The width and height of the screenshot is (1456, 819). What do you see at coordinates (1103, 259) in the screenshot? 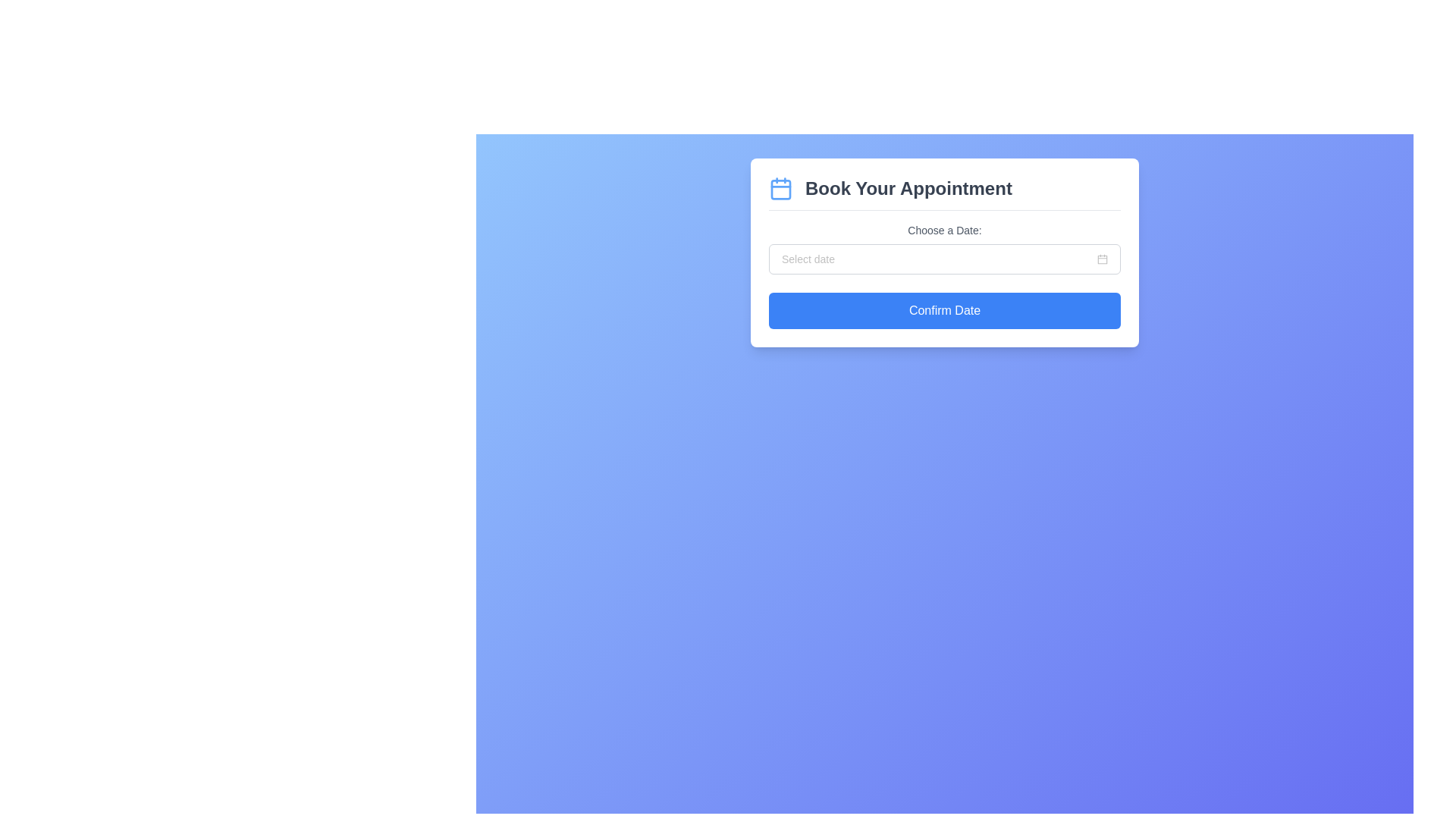
I see `the calendar icon located within the 'Select date' input box` at bounding box center [1103, 259].